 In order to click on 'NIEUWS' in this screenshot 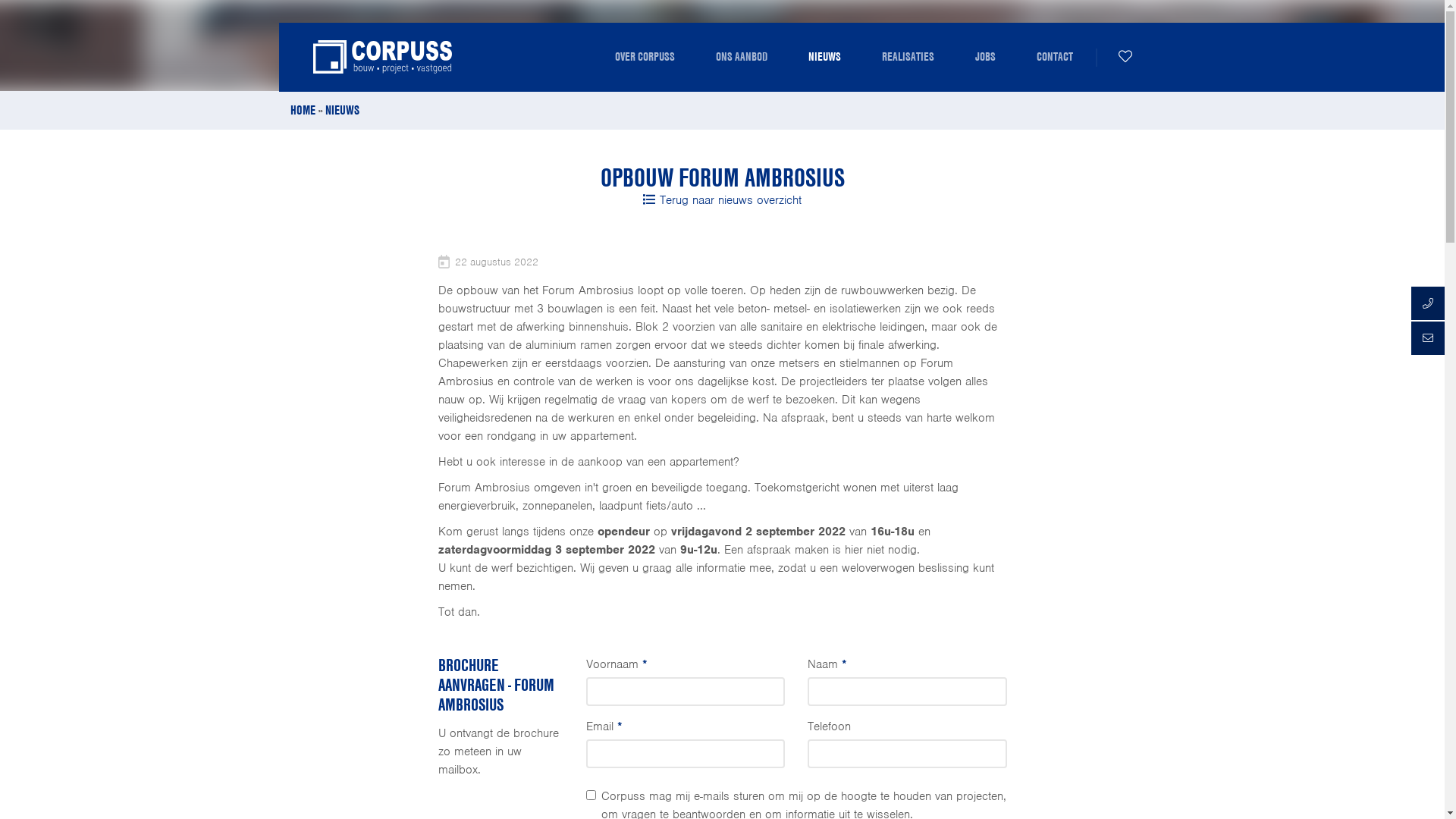, I will do `click(823, 55)`.